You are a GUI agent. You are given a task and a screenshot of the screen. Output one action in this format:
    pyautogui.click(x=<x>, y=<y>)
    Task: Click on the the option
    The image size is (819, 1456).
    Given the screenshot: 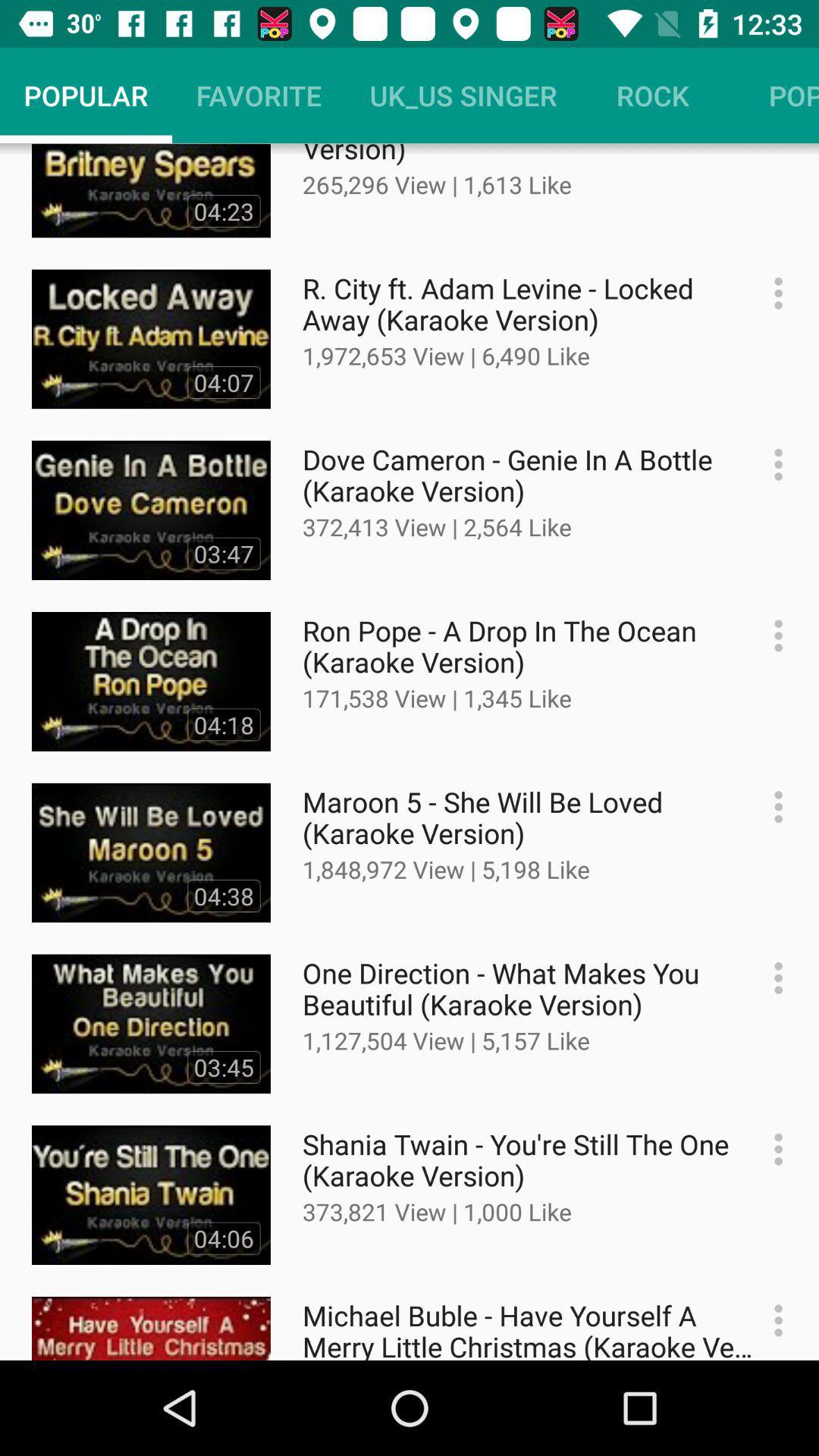 What is the action you would take?
    pyautogui.click(x=770, y=806)
    